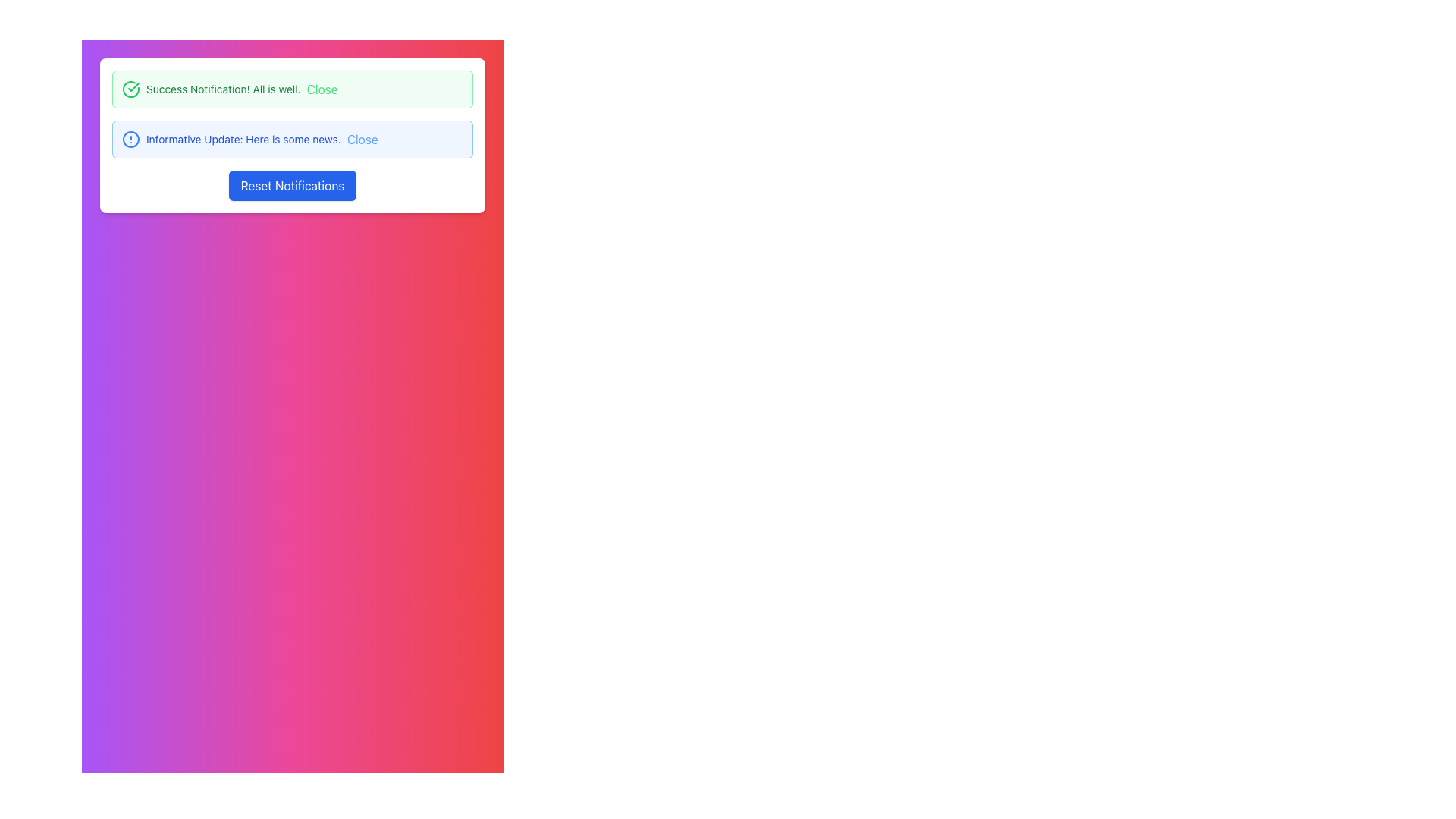  I want to click on the informational alert icon located to the left of the text block 'Informative Update: Here is some news.' It is the second icon from the top in the notification list, so click(130, 140).